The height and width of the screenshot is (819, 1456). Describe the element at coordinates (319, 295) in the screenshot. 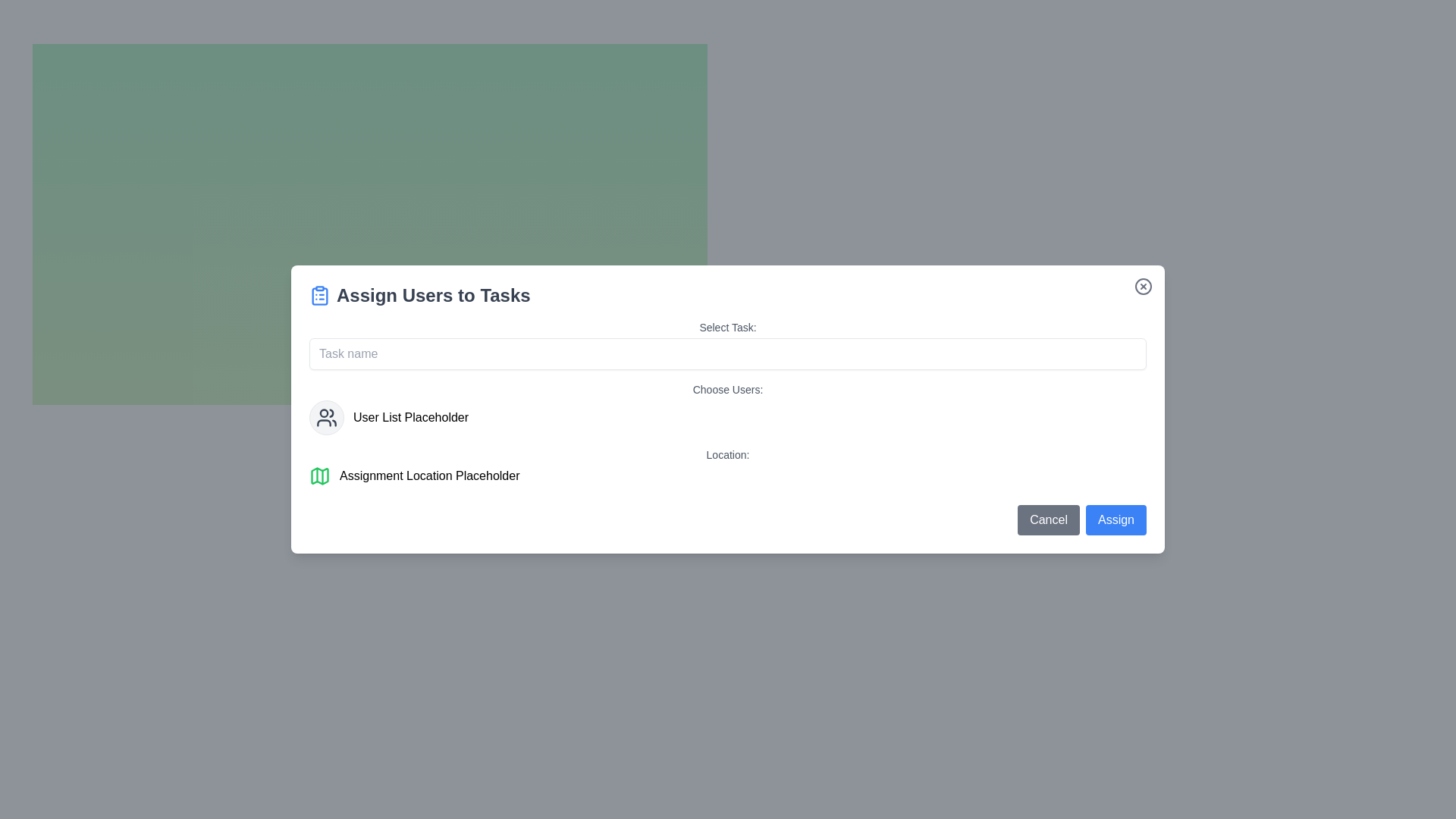

I see `the blue clipboard icon located to the left of the text 'Assign Users to Tasks' in the header area` at that location.